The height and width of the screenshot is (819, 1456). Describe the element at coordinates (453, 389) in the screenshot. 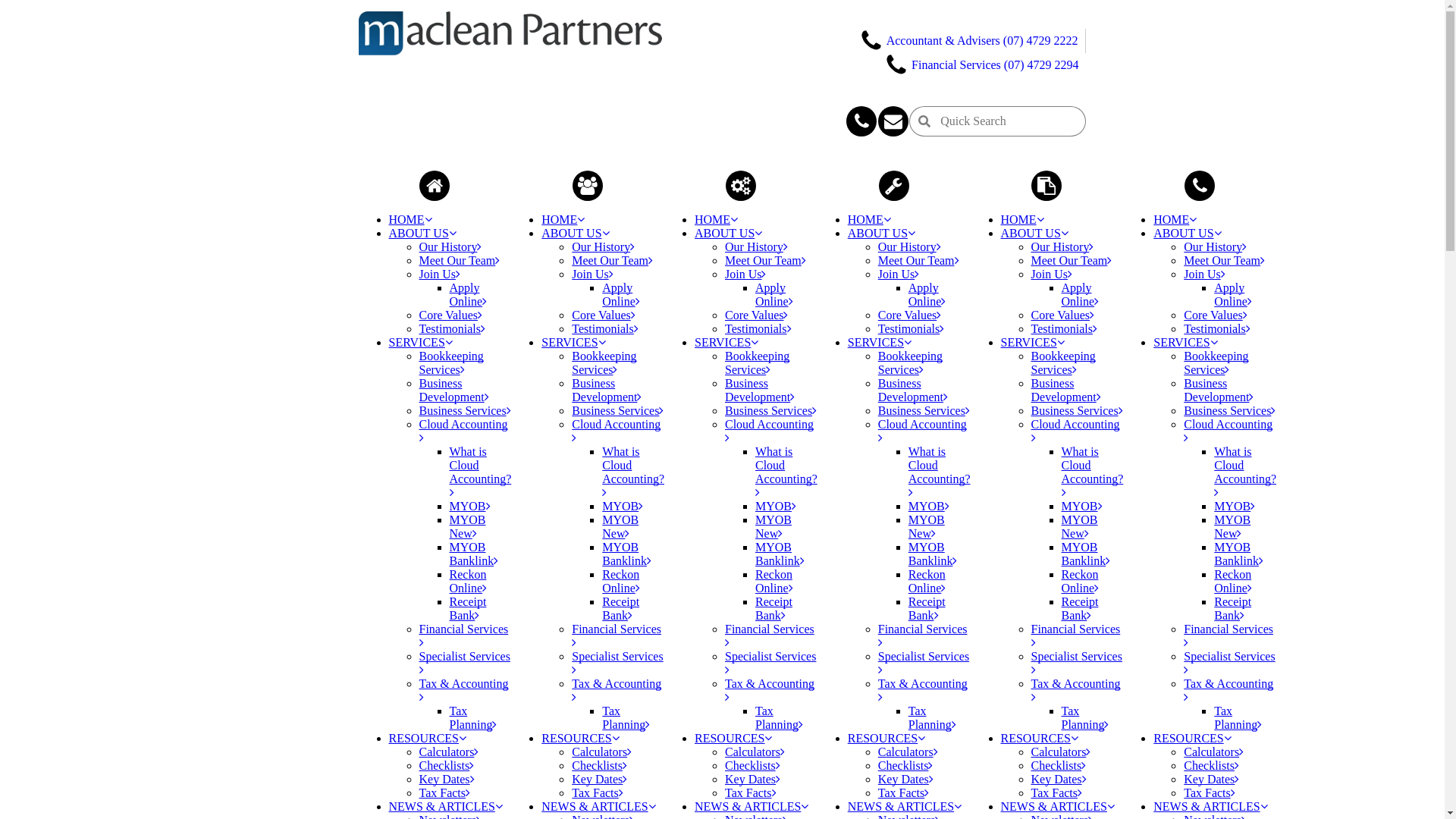

I see `'Business Development'` at that location.